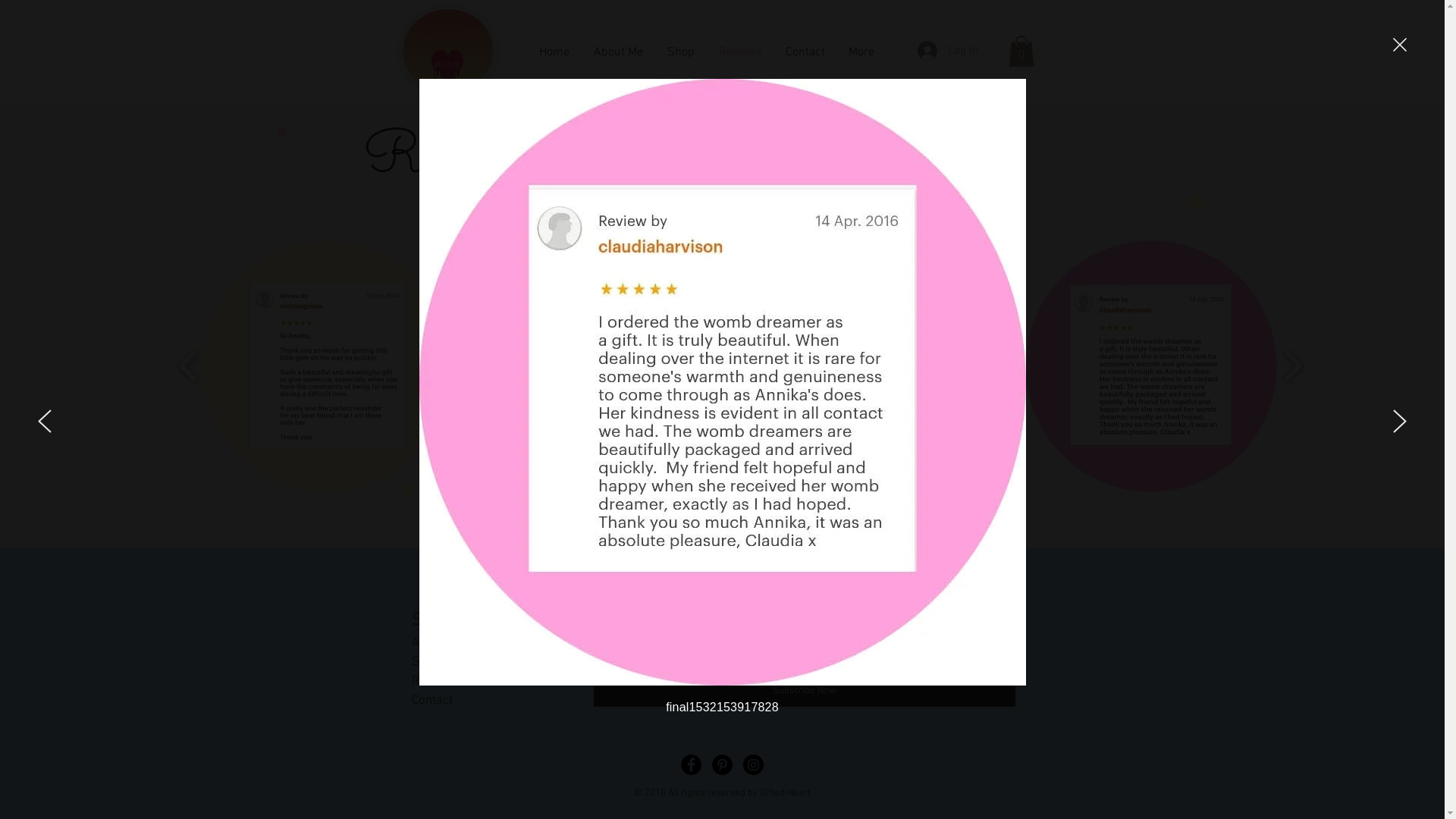 The width and height of the screenshot is (1456, 819). I want to click on '0', so click(1021, 50).